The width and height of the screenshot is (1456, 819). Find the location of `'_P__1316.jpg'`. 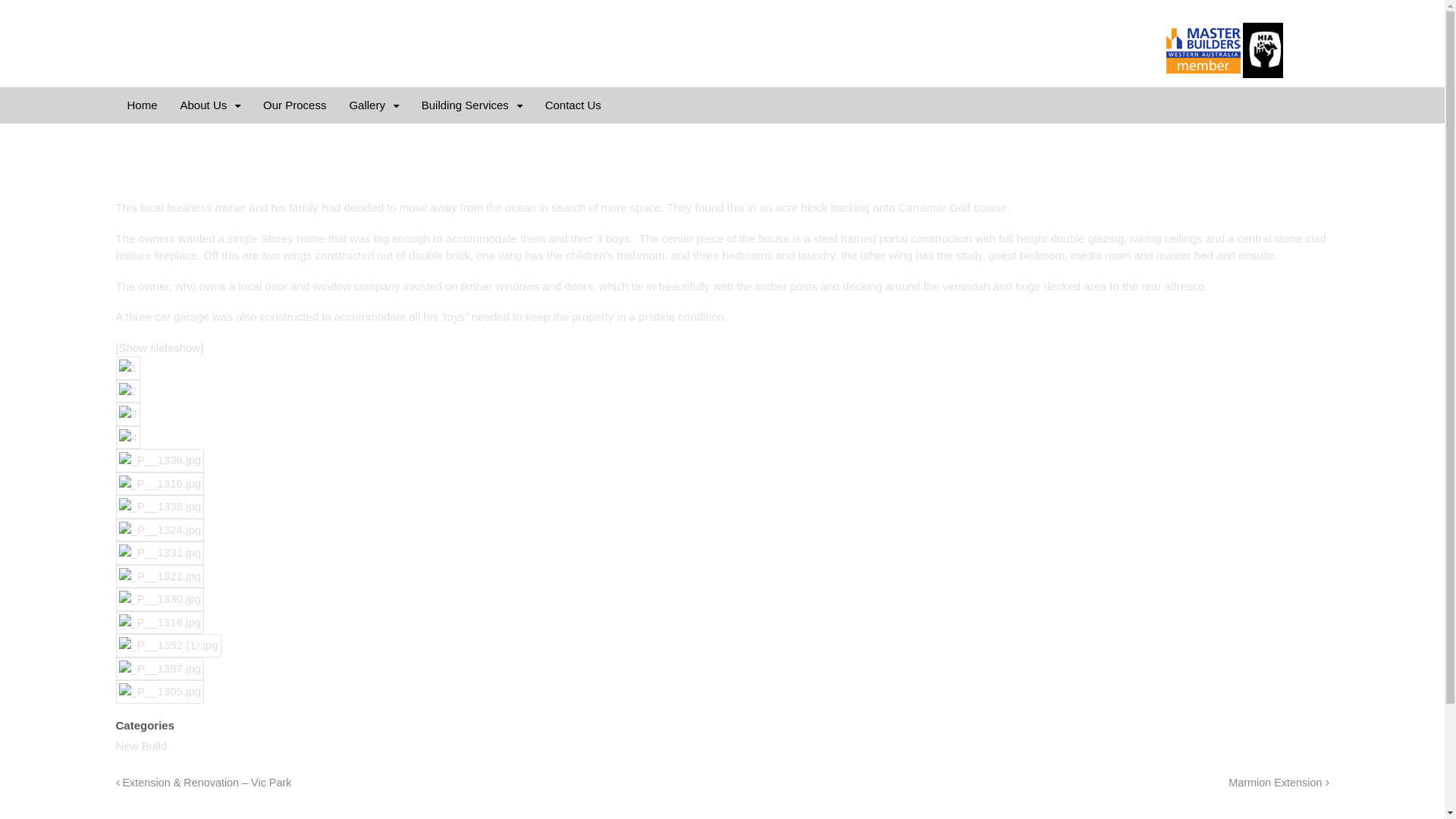

'_P__1316.jpg' is located at coordinates (159, 483).